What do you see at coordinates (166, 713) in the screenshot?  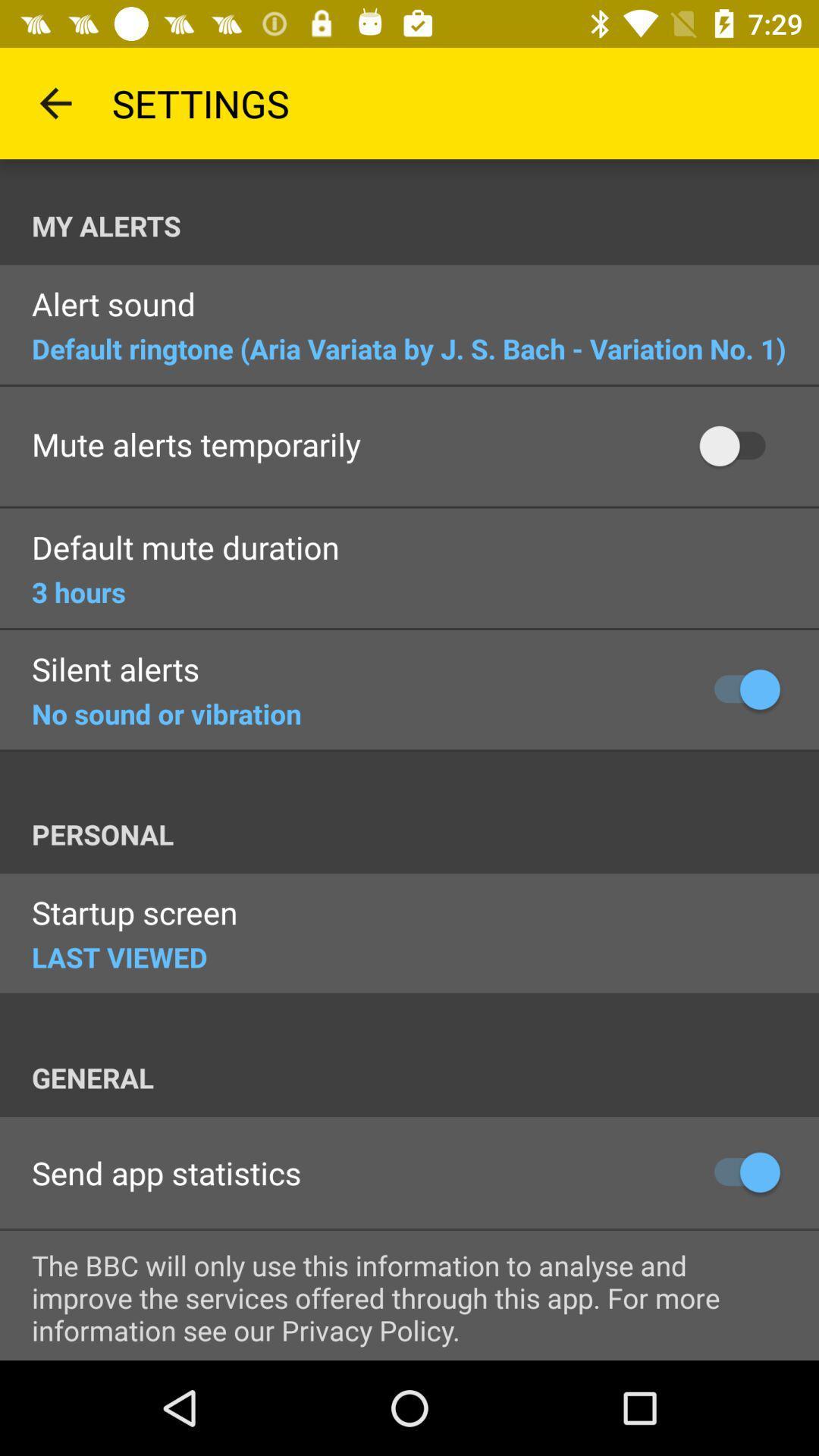 I see `no sound or icon` at bounding box center [166, 713].